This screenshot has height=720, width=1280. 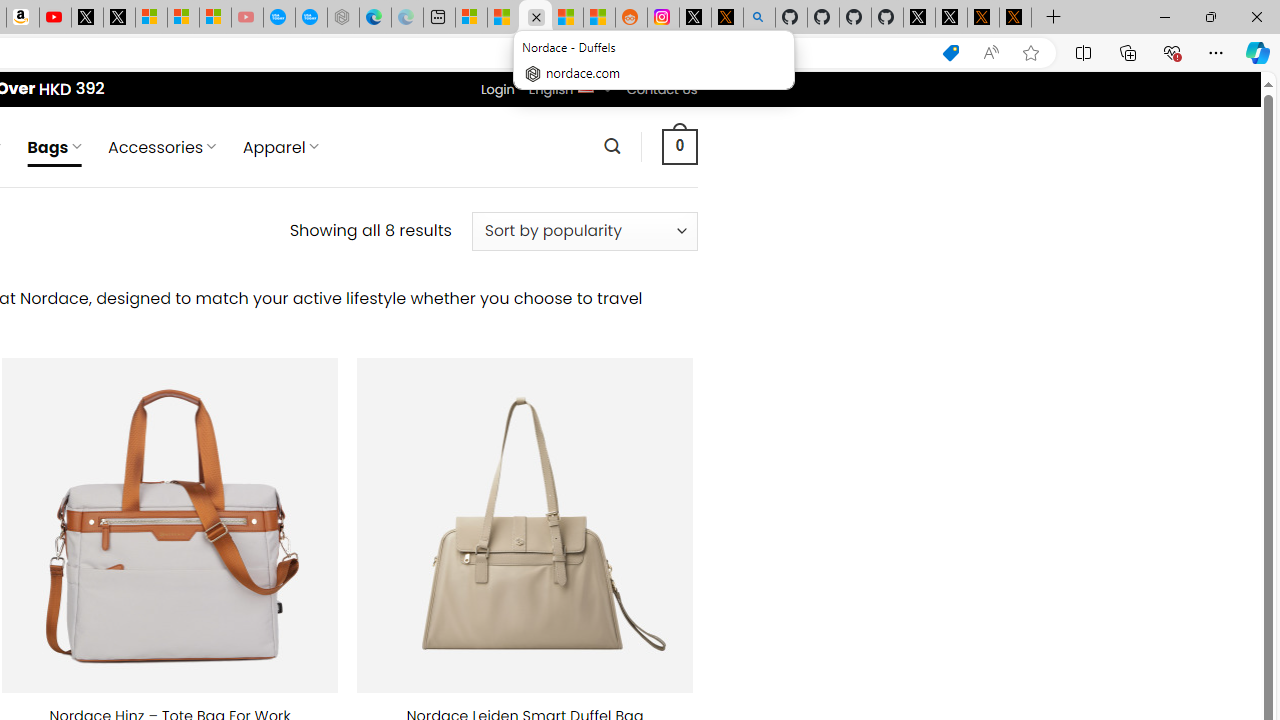 I want to click on 'Shop order', so click(x=583, y=230).